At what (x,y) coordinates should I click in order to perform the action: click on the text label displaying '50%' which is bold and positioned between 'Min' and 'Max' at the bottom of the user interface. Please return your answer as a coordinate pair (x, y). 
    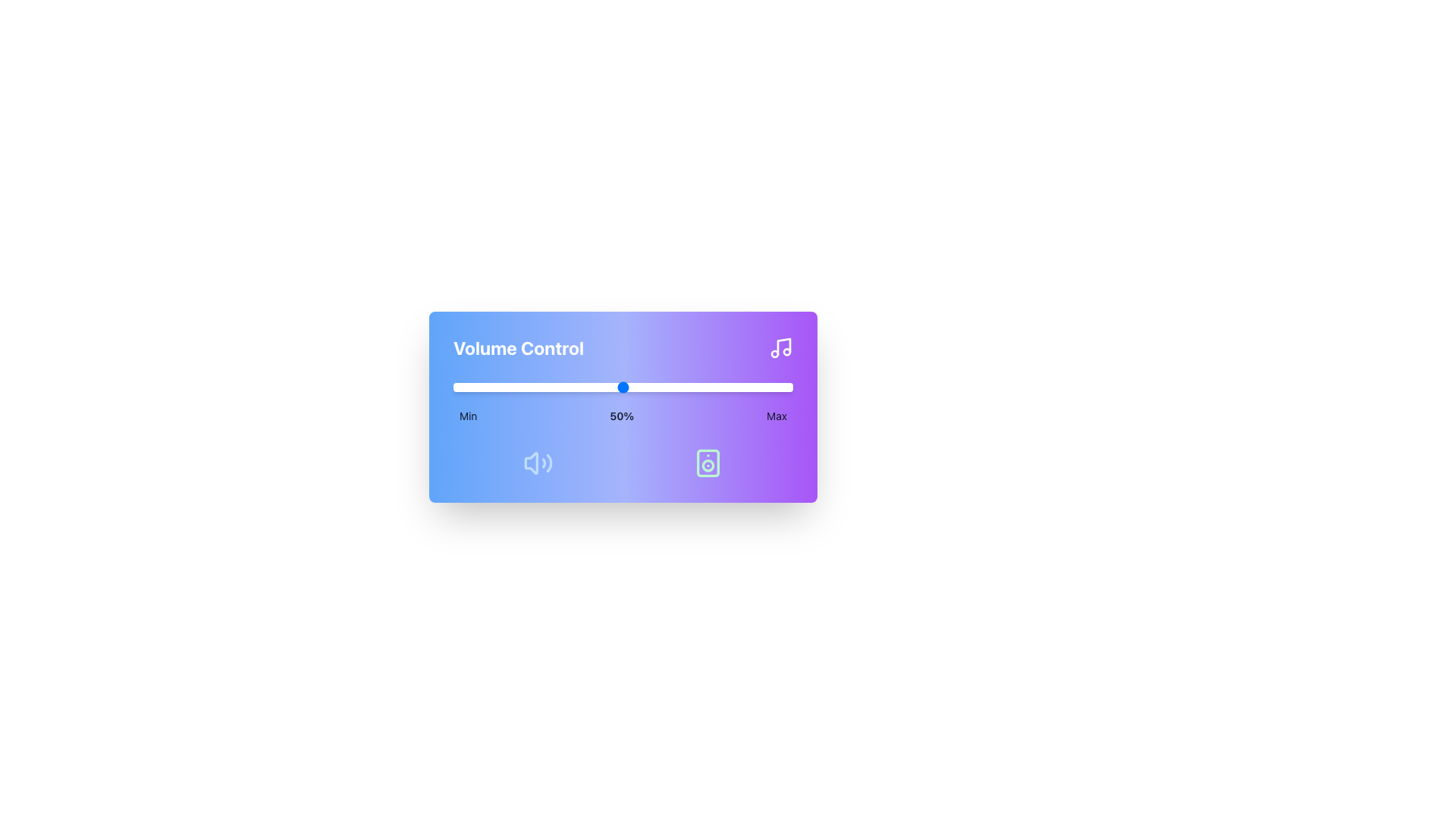
    Looking at the image, I should click on (622, 416).